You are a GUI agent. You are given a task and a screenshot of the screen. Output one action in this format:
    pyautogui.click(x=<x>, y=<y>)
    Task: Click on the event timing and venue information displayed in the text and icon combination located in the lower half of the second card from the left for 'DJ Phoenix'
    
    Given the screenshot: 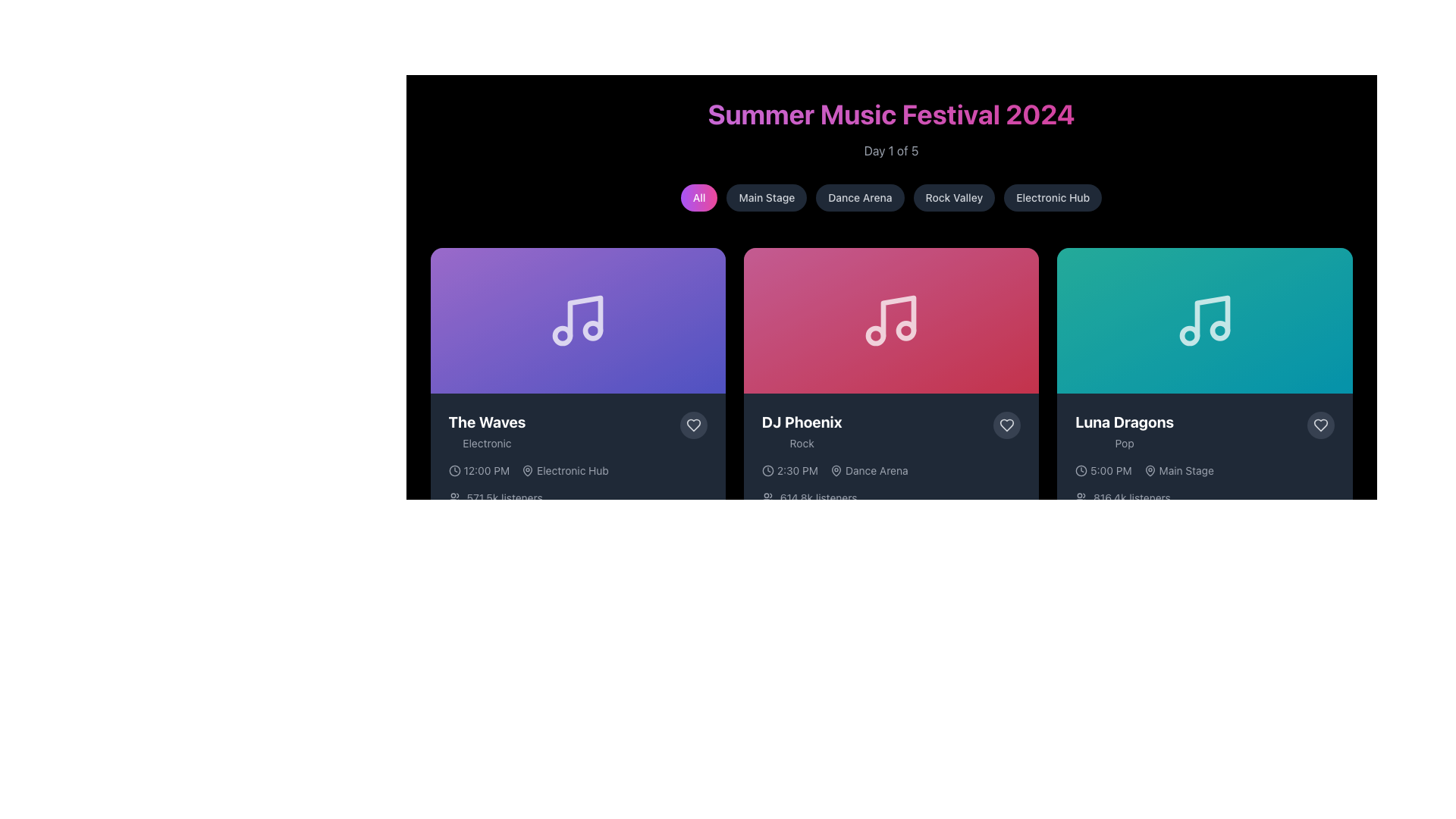 What is the action you would take?
    pyautogui.click(x=891, y=470)
    